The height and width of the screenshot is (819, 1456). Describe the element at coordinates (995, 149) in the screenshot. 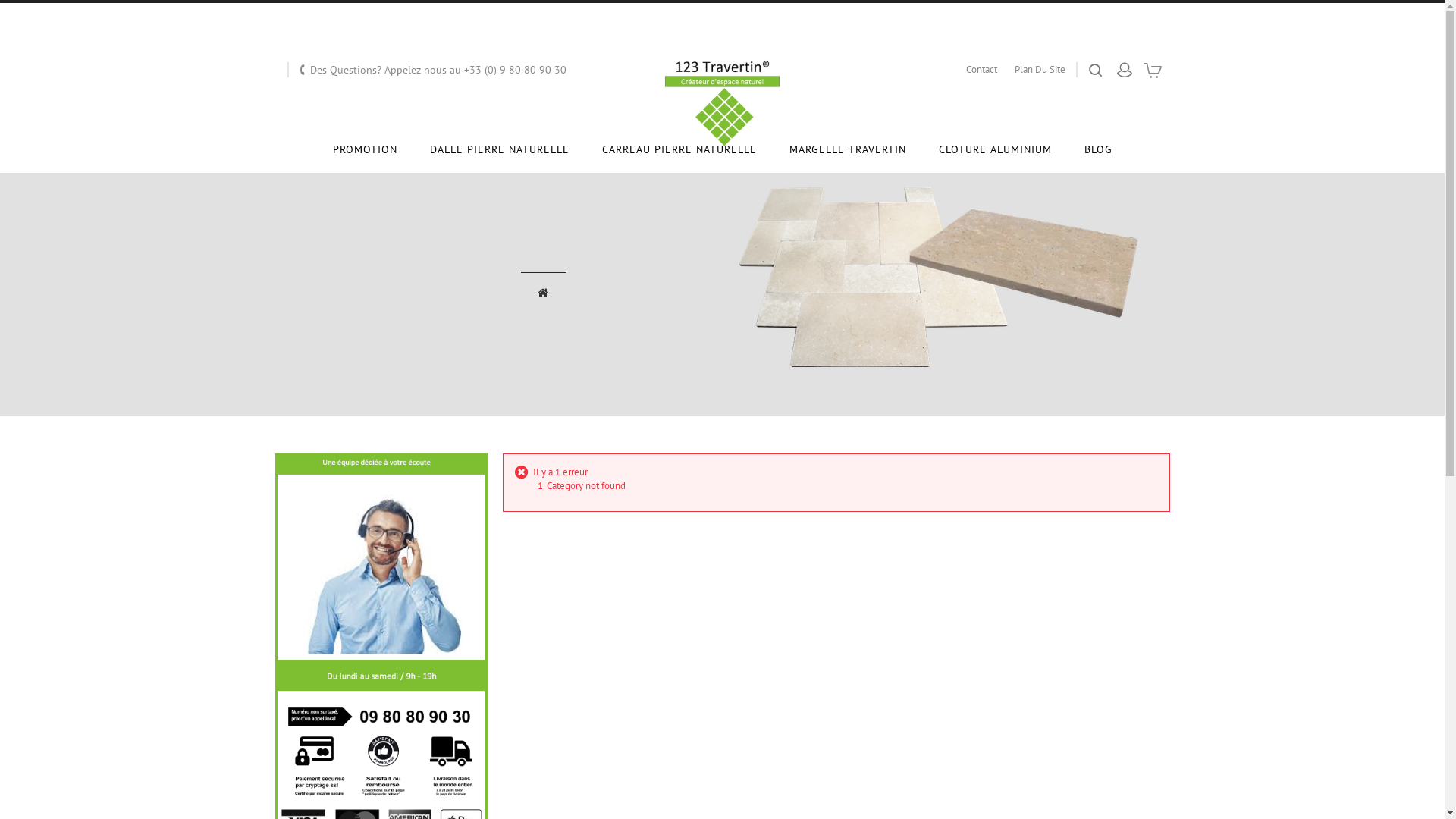

I see `'CLOTURE ALUMINIUM'` at that location.